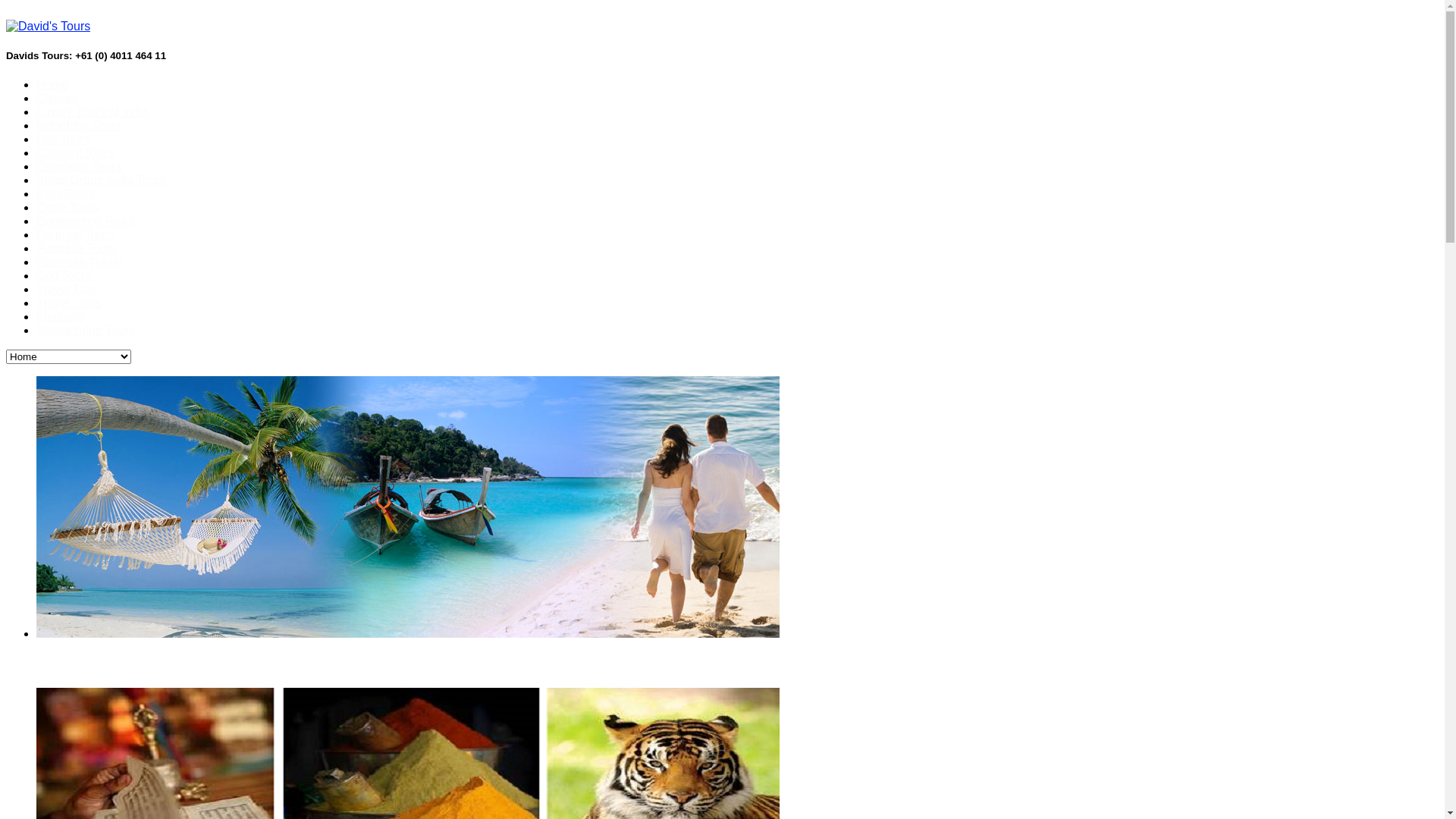  What do you see at coordinates (36, 315) in the screenshot?
I see `'Festivals'` at bounding box center [36, 315].